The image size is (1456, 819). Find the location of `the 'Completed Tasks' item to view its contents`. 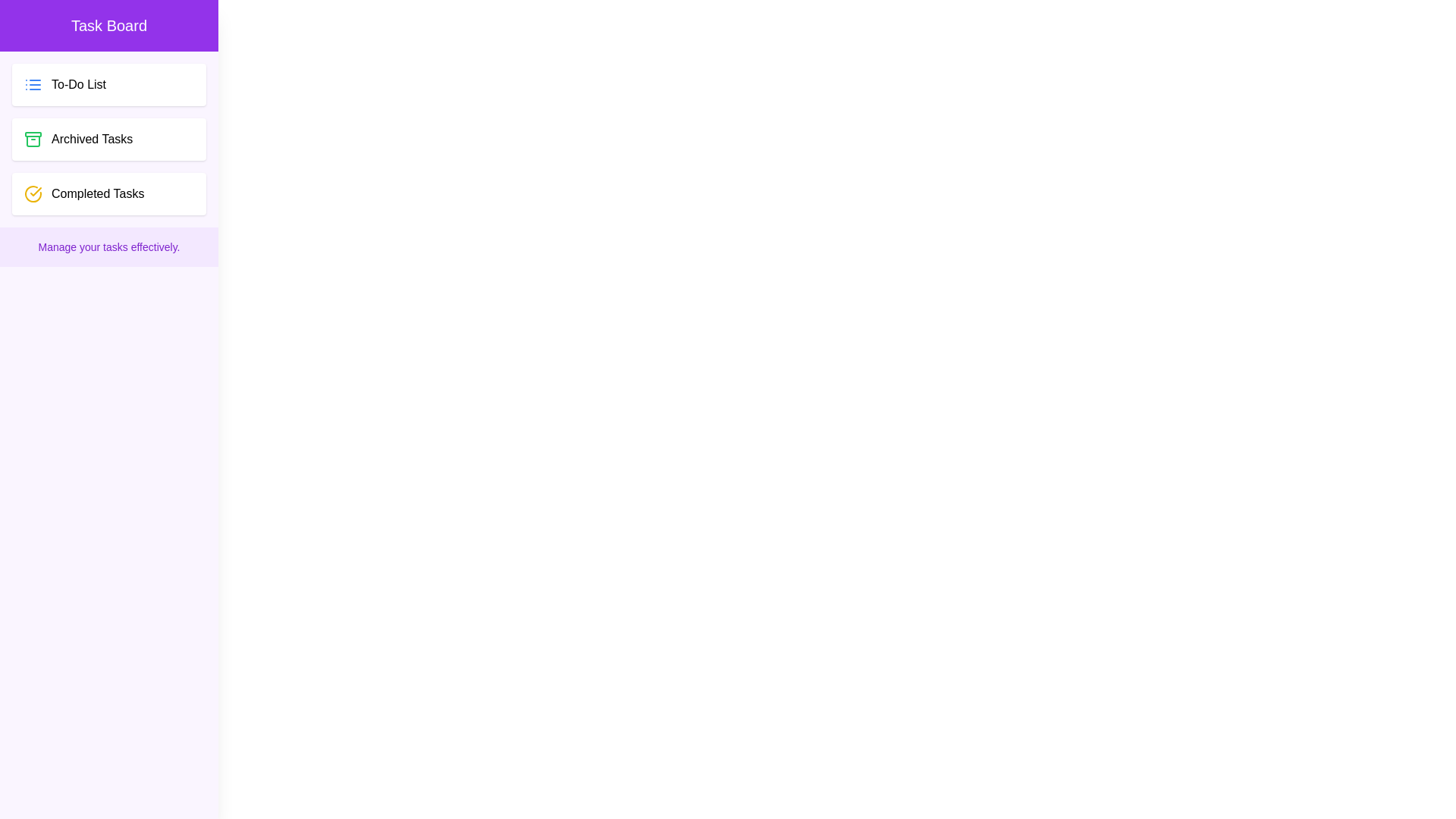

the 'Completed Tasks' item to view its contents is located at coordinates (108, 193).